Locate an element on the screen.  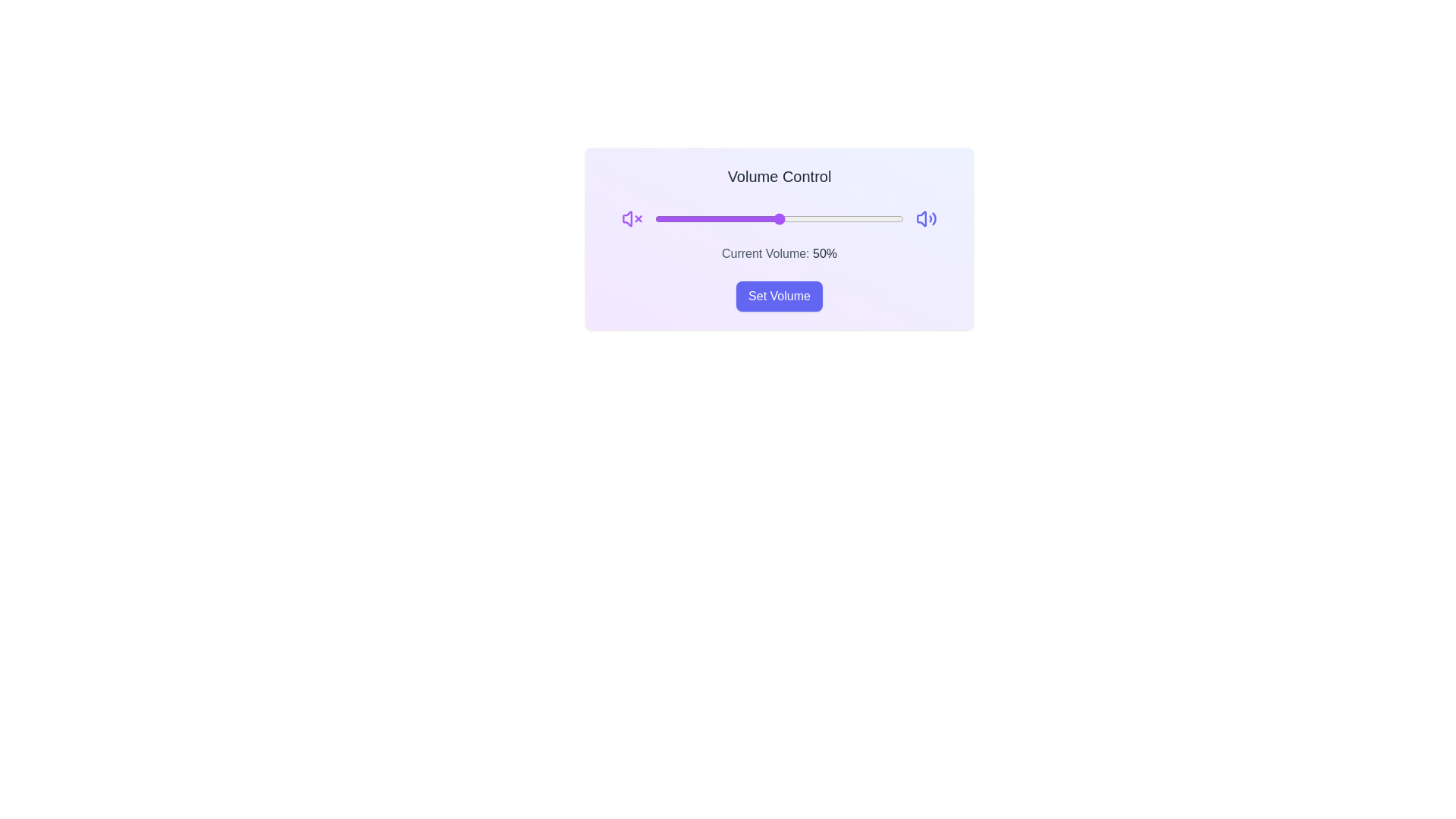
the volume slider to set the volume to 92% is located at coordinates (883, 219).